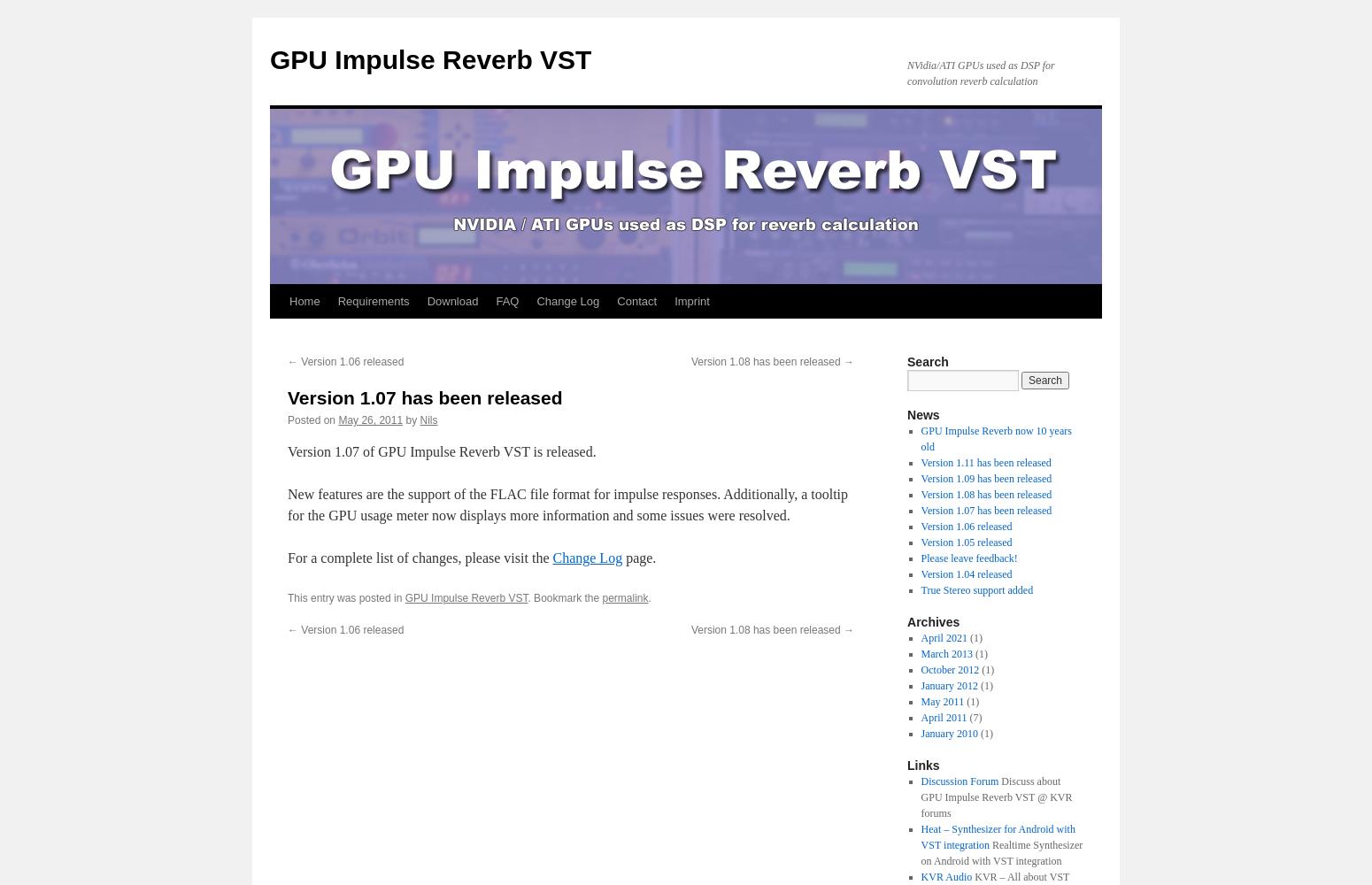 This screenshot has width=1372, height=885. What do you see at coordinates (921, 637) in the screenshot?
I see `'April 2021'` at bounding box center [921, 637].